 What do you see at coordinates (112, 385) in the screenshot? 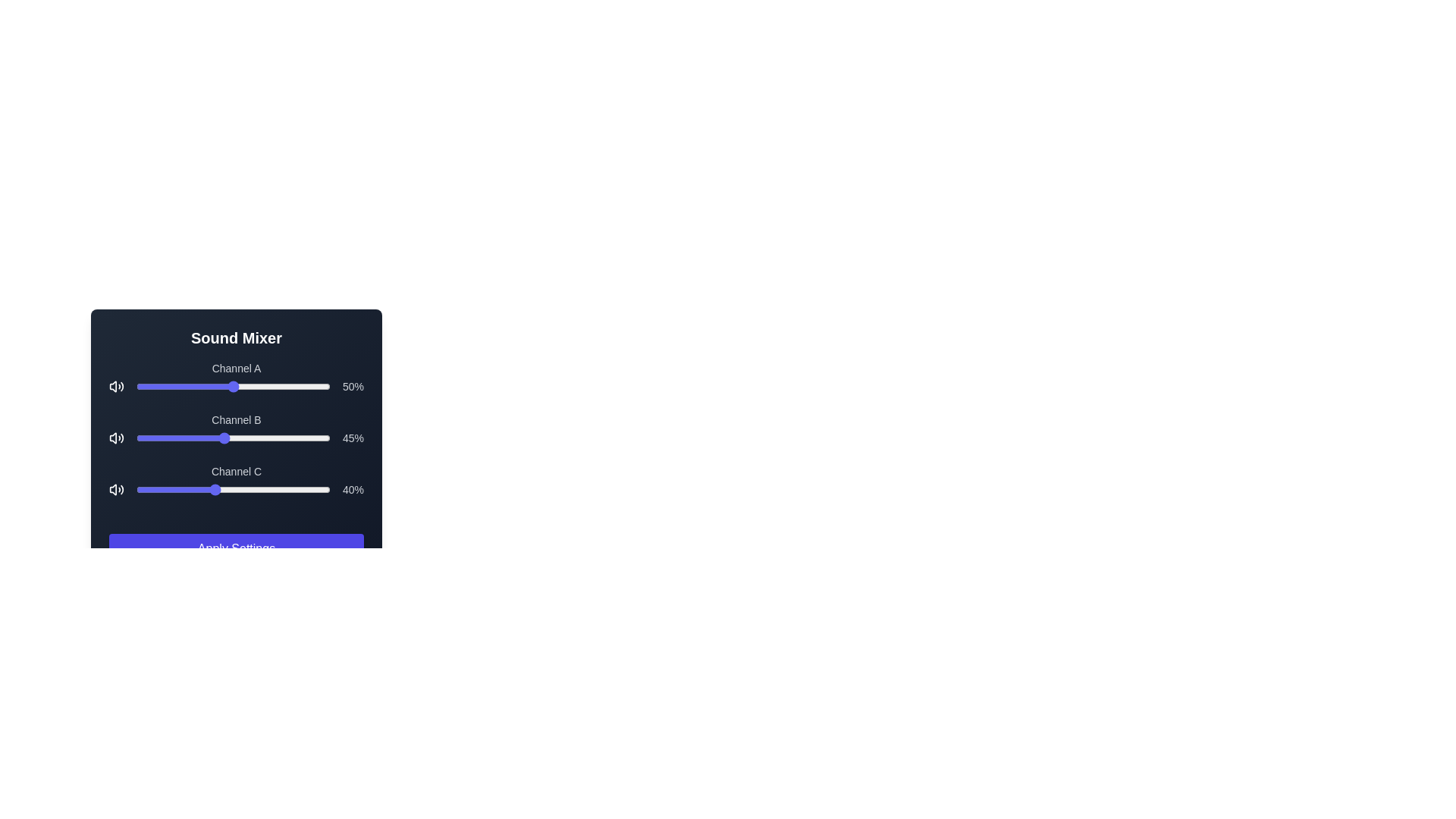
I see `the muted sound icon for 'Channel A' located in the top-left part of the 'Sound Mixer' interface` at bounding box center [112, 385].